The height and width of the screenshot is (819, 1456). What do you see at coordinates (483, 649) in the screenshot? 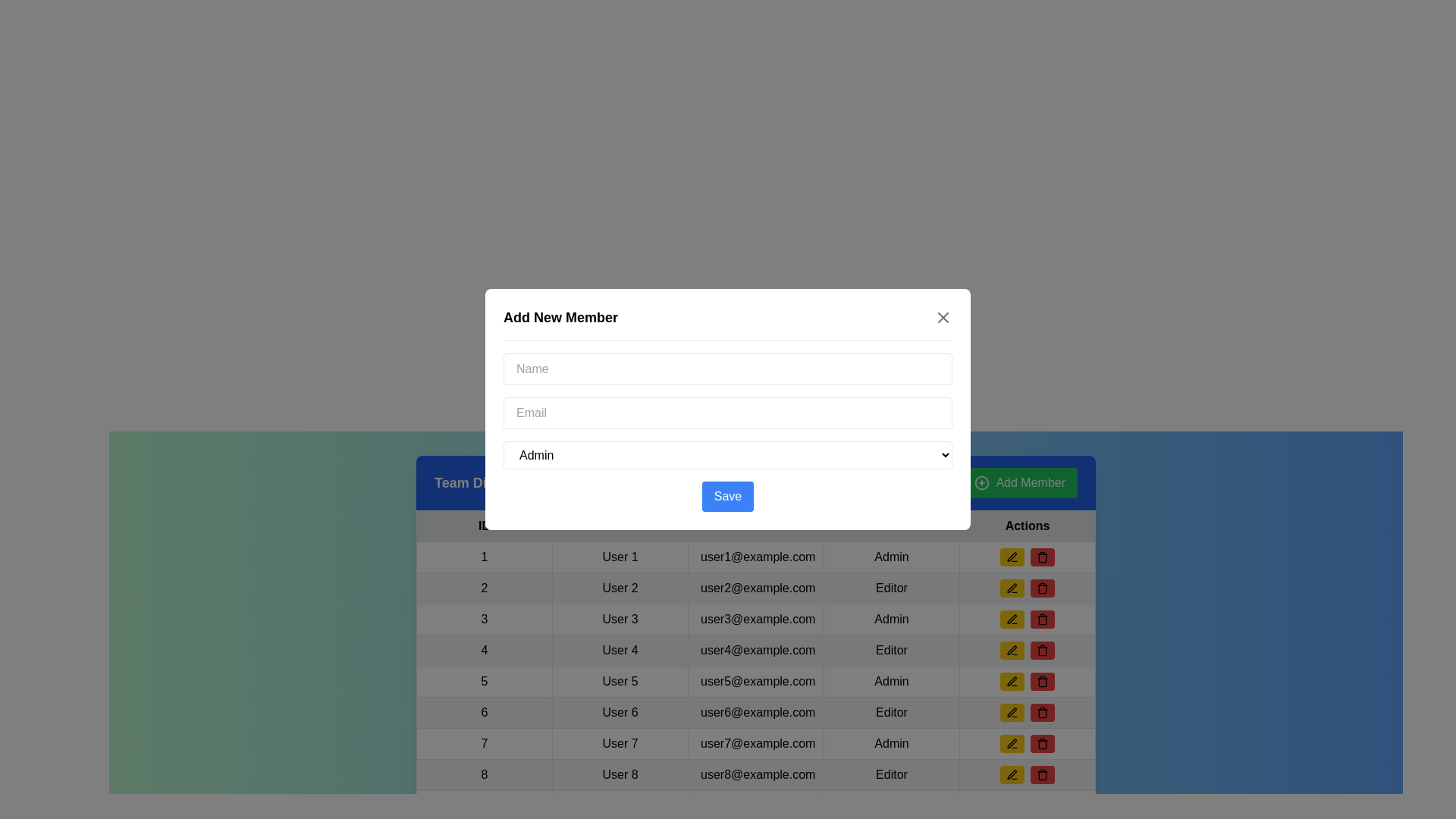
I see `the table cell displaying the number '4', which is the first cell in the fourth row of the table and located directly under the header labeled 'ID'` at bounding box center [483, 649].